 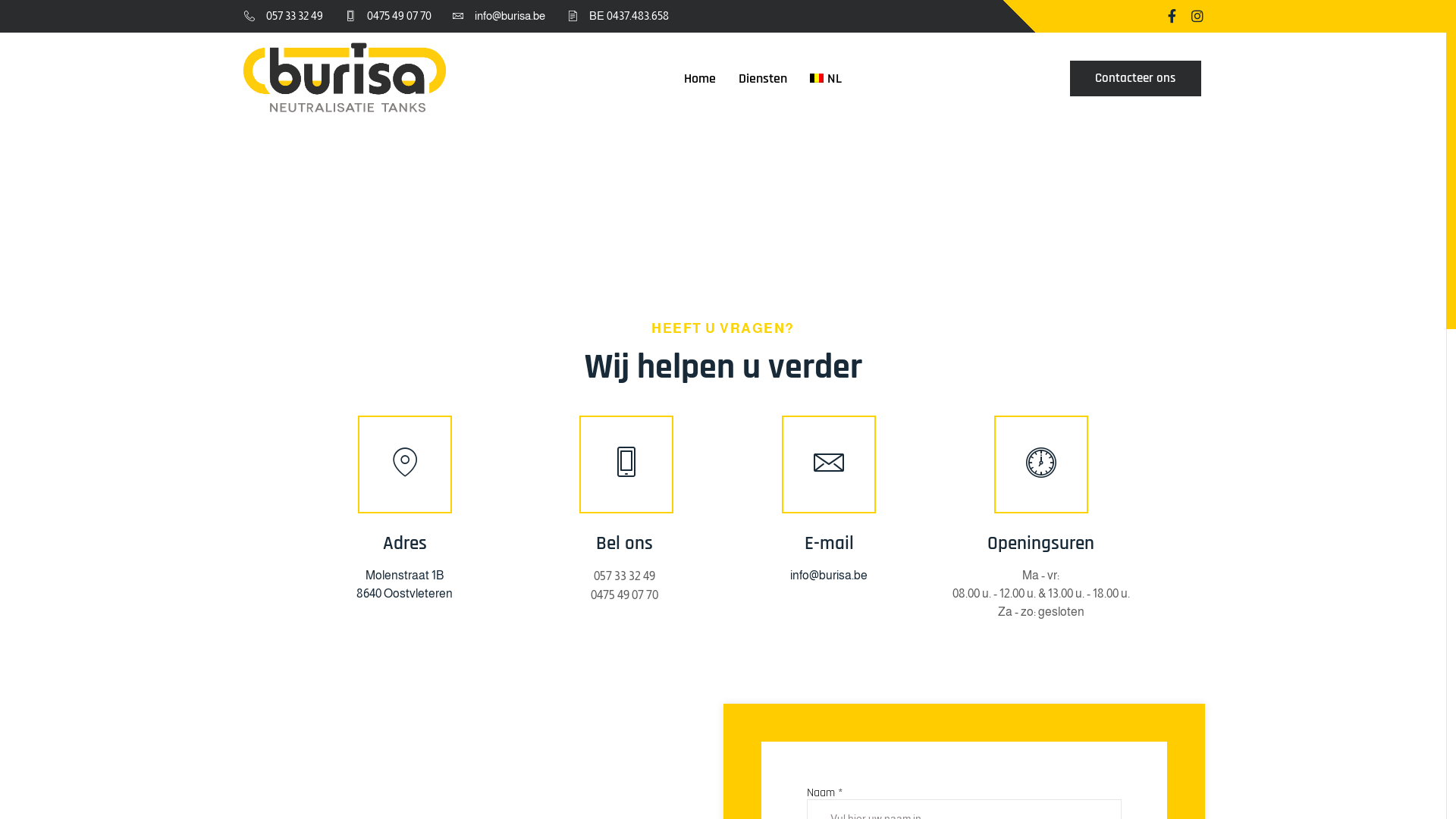 What do you see at coordinates (763, 77) in the screenshot?
I see `'Diensten'` at bounding box center [763, 77].